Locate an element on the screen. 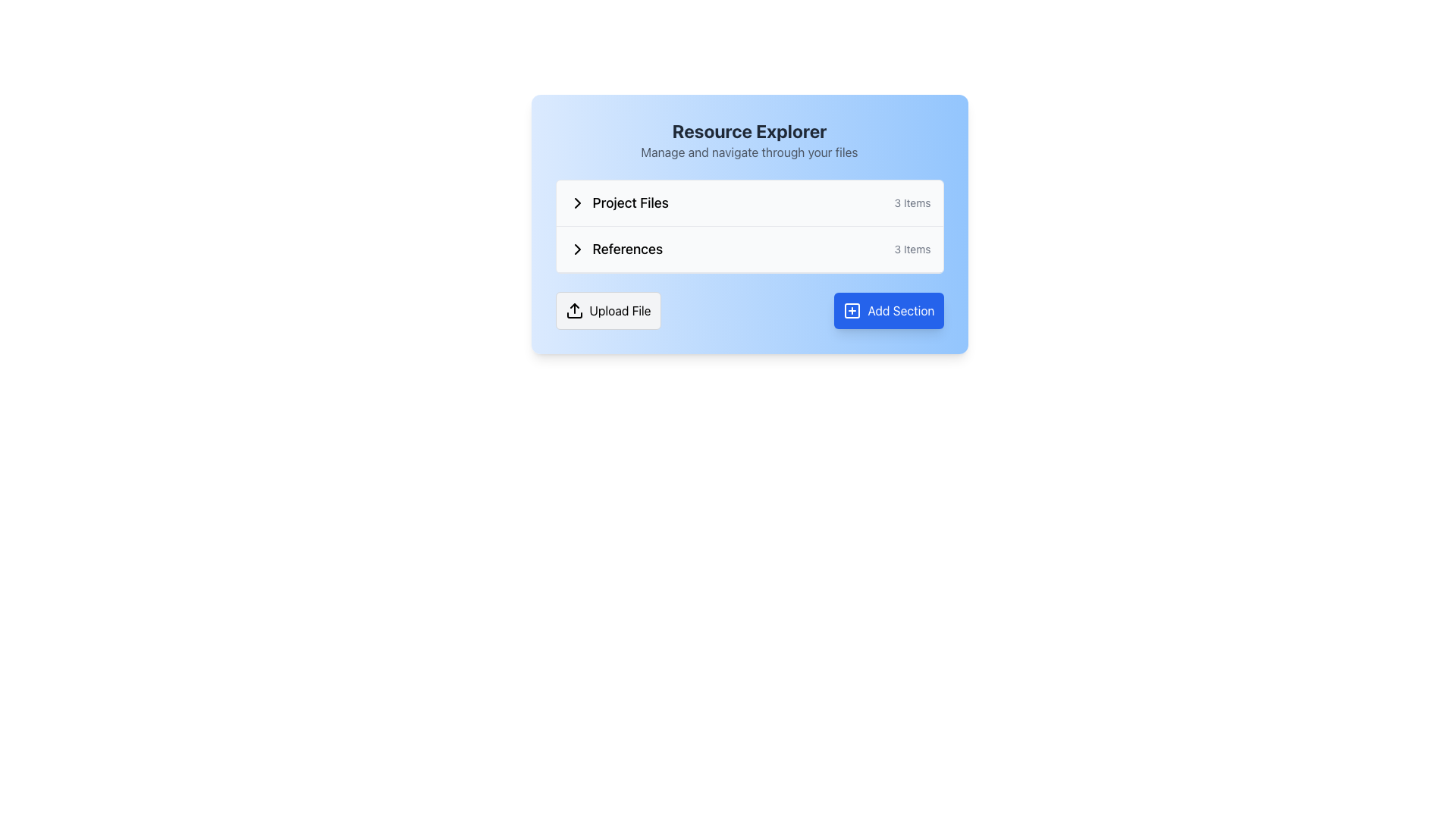 This screenshot has width=1456, height=819. the blue button labeled 'Add Section' that contains an SVG icon of a square with an embedded plus sign, located in the bottom right region of the 'Resource Explorer' card is located at coordinates (852, 309).